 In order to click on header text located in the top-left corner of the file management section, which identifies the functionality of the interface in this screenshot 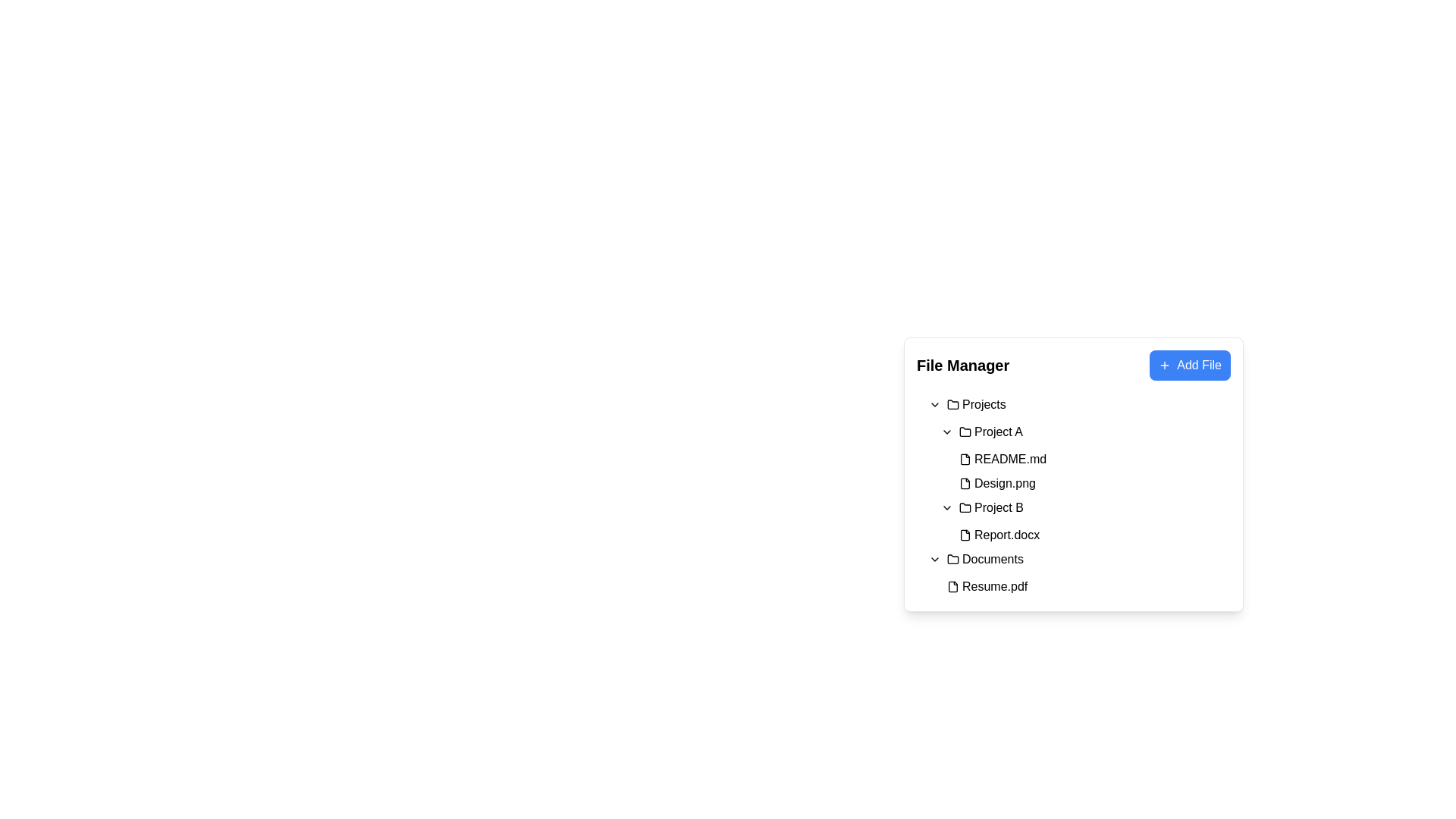, I will do `click(962, 366)`.